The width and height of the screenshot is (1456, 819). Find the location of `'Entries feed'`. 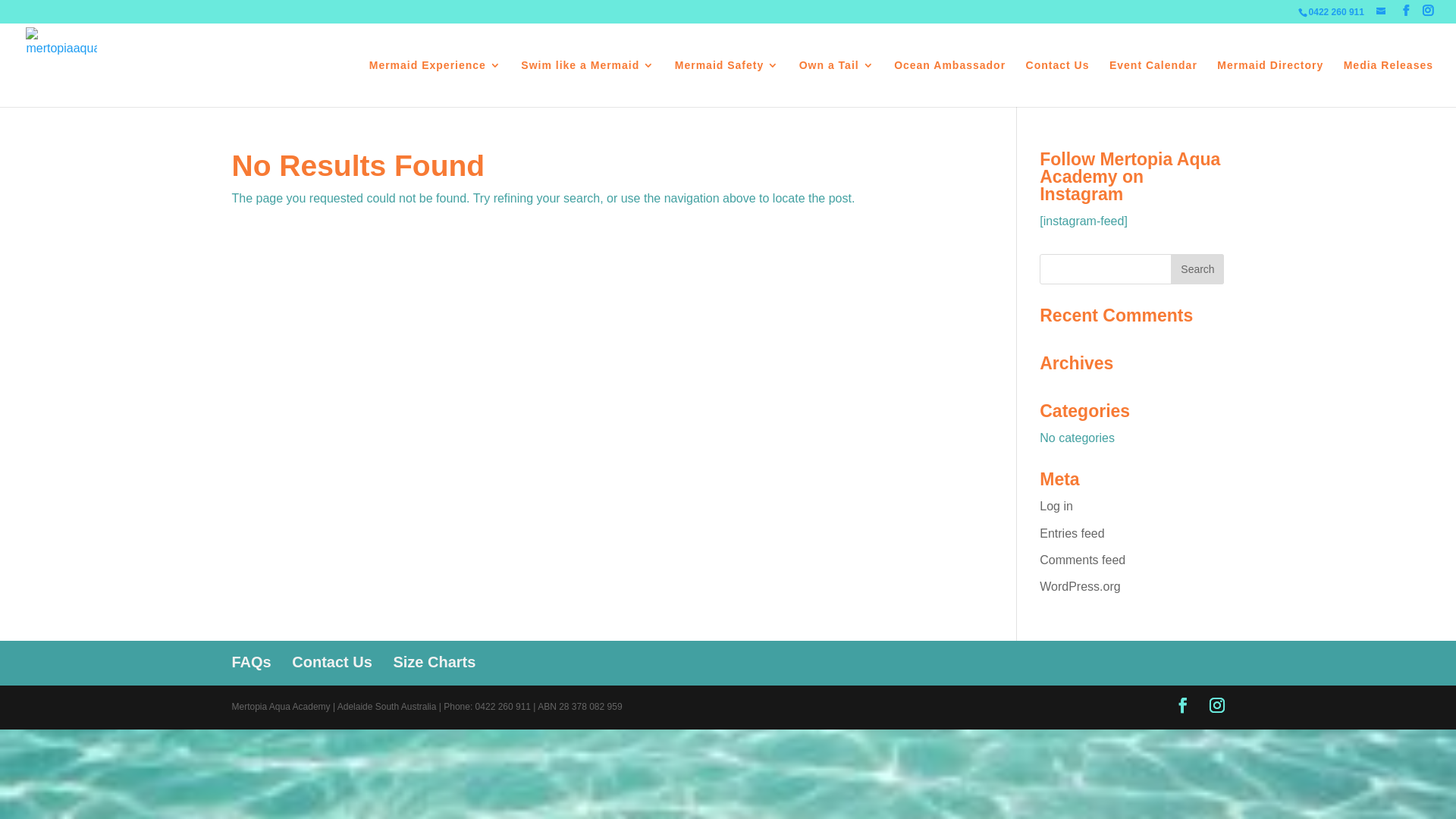

'Entries feed' is located at coordinates (1039, 532).